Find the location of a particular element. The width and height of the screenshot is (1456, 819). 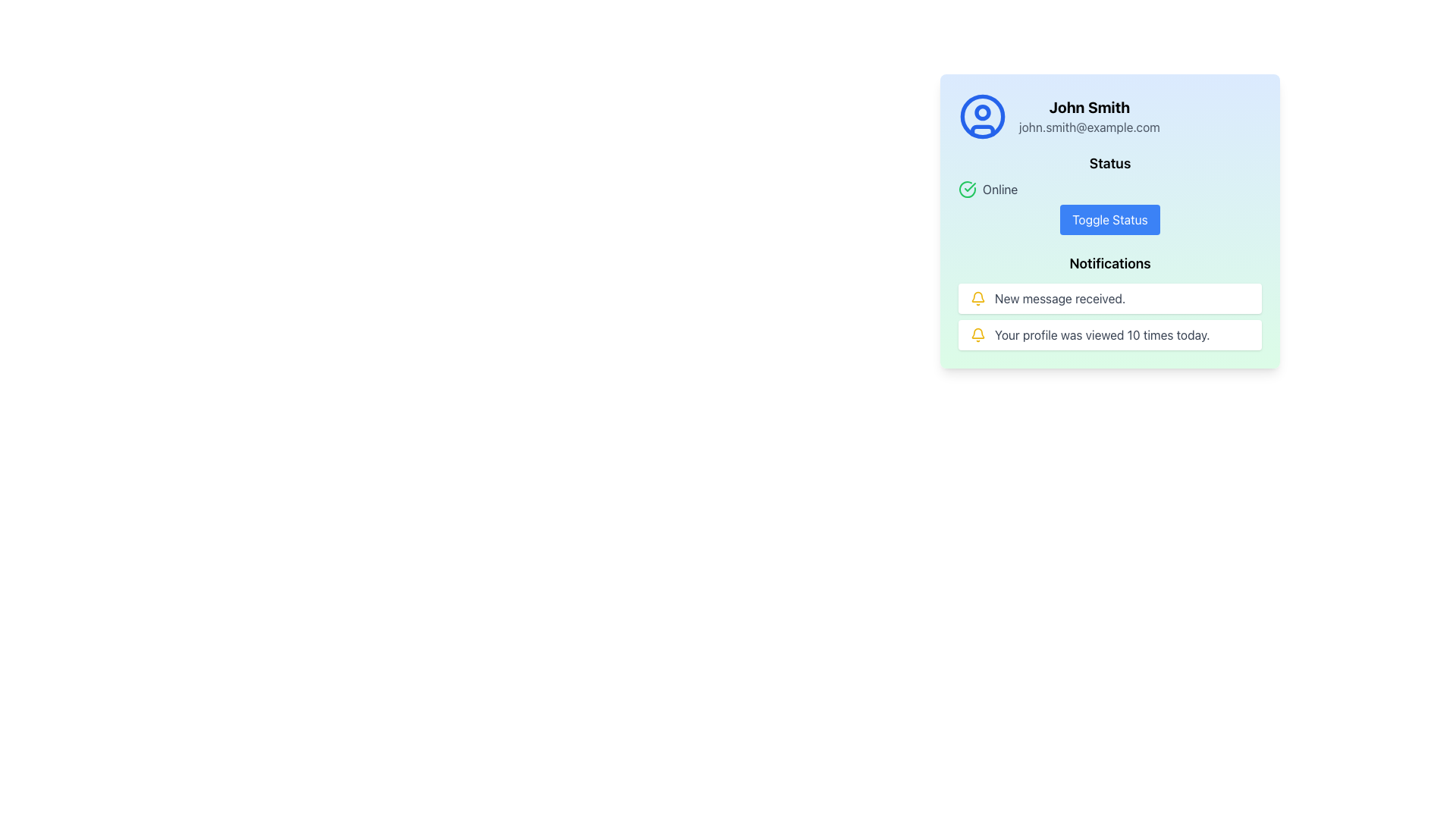

the small circular SVG Circle located within the profile icon at the top-left corner of the card interface, which is part of the user's profile representation is located at coordinates (983, 111).